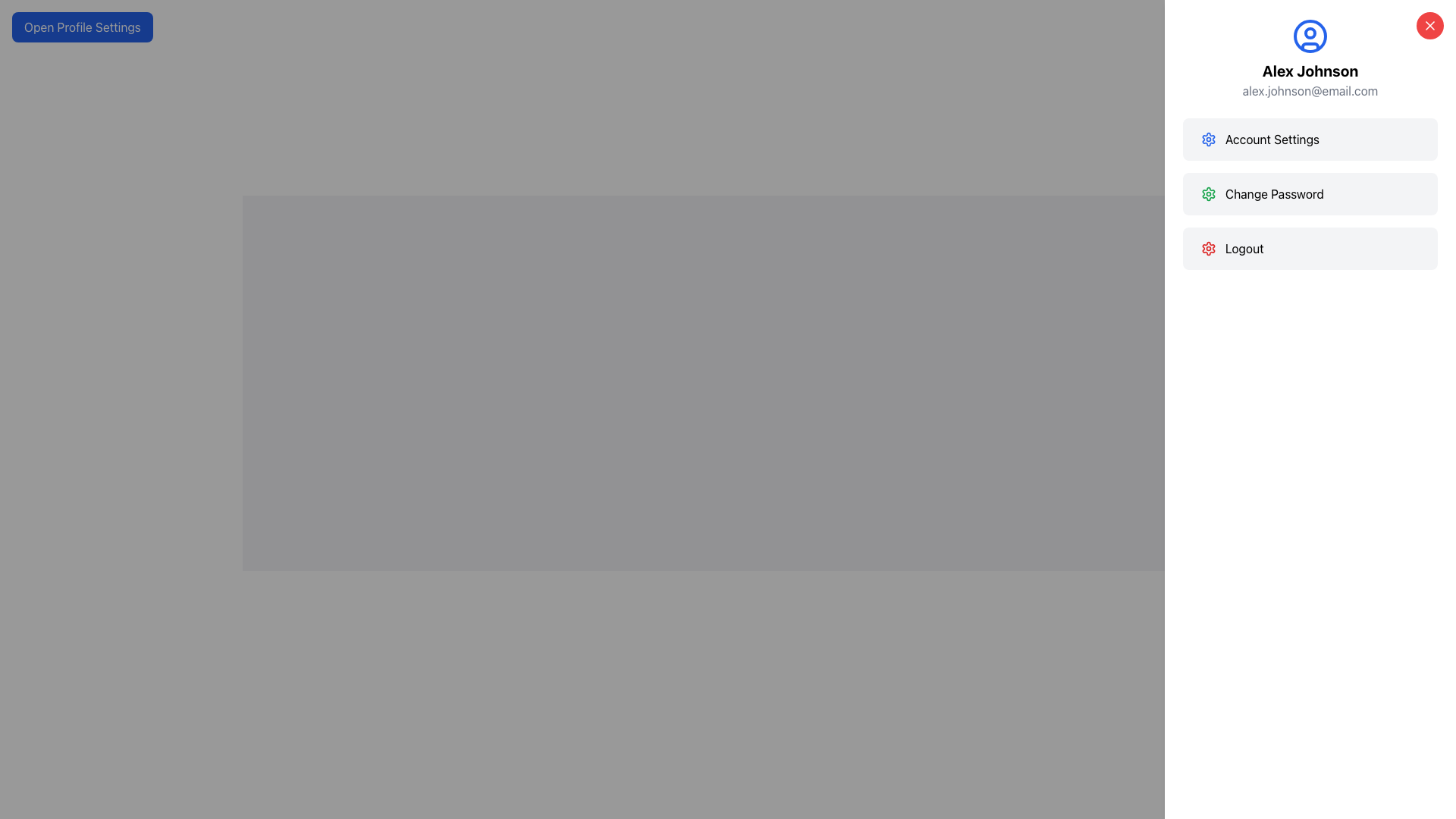 Image resolution: width=1456 pixels, height=819 pixels. Describe the element at coordinates (1207, 193) in the screenshot. I see `the green gear-shaped icon located to the left of the 'Change Password' text to identify the functionality related to changing the password` at that location.